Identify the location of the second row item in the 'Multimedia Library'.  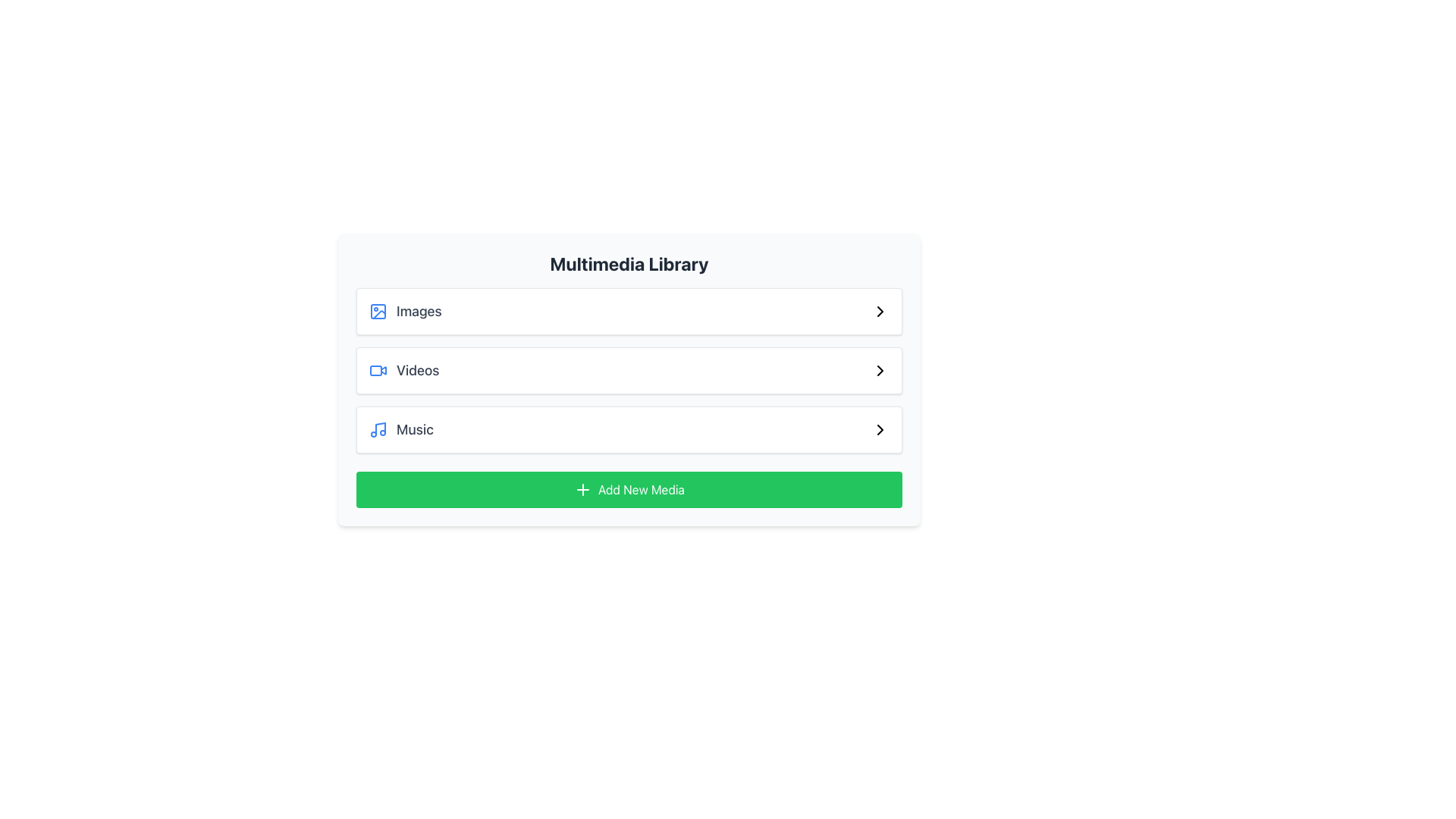
(404, 371).